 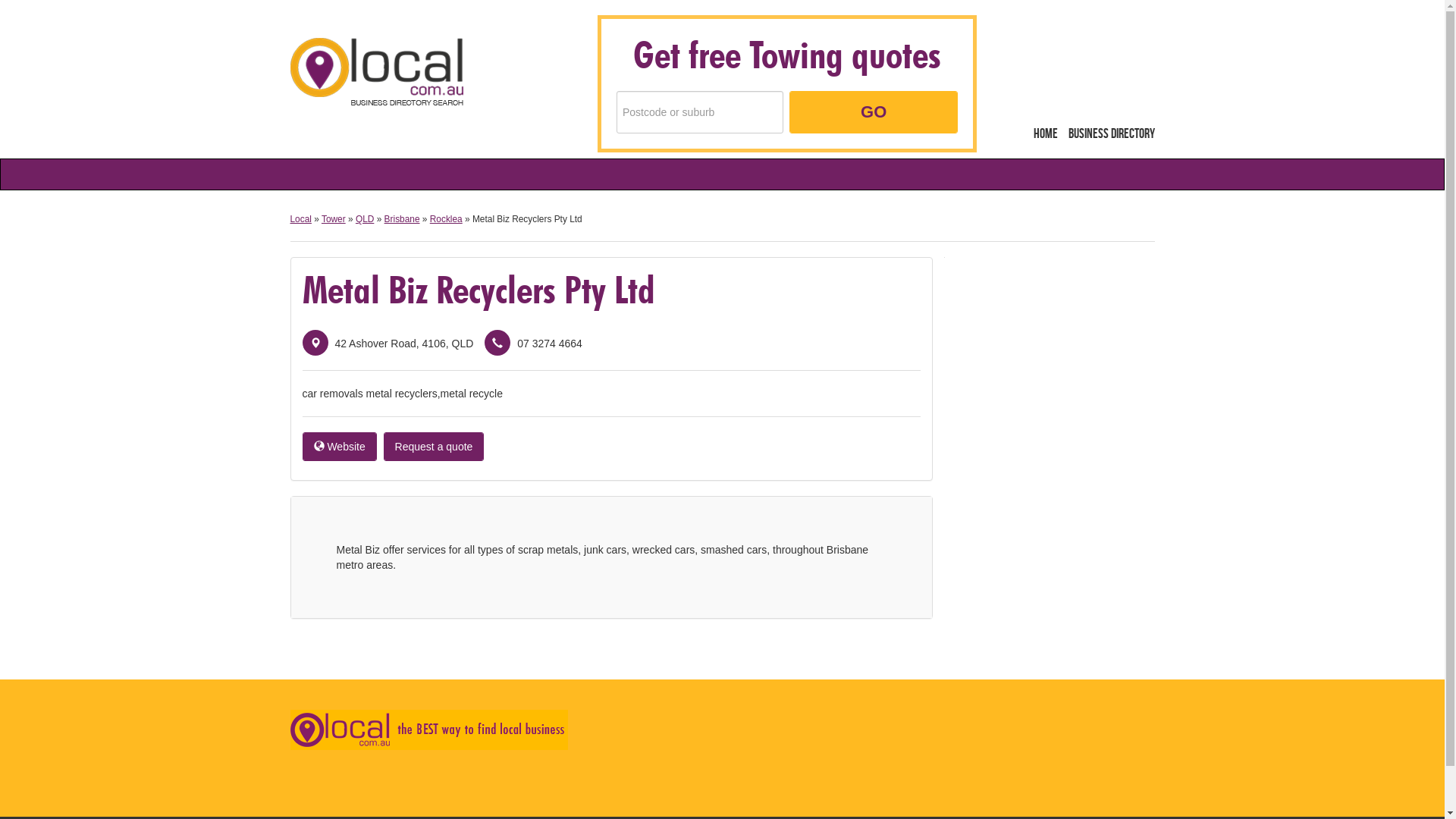 What do you see at coordinates (375, 71) in the screenshot?
I see `'Local'` at bounding box center [375, 71].